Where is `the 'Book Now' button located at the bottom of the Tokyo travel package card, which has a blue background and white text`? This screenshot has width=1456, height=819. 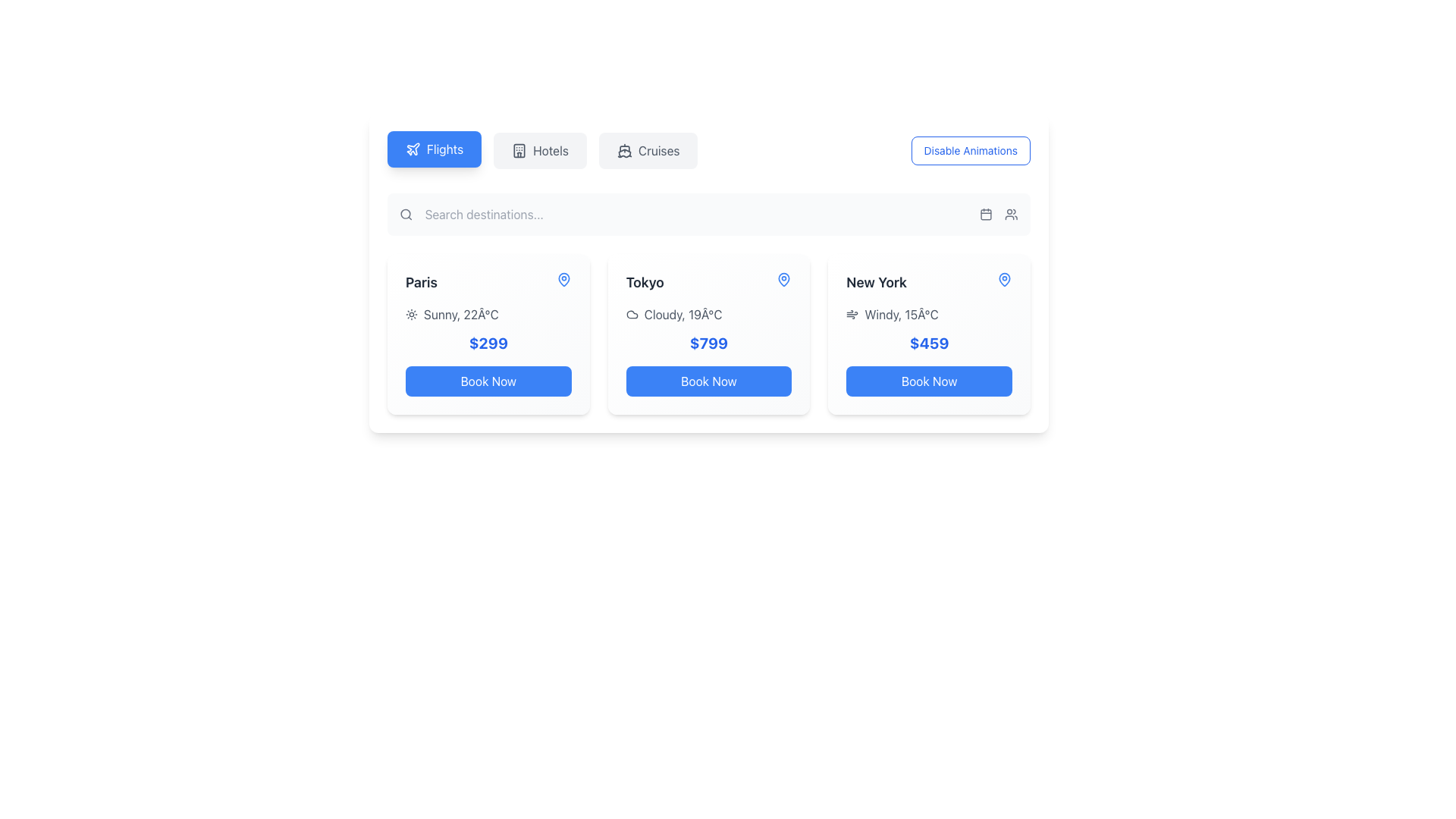
the 'Book Now' button located at the bottom of the Tokyo travel package card, which has a blue background and white text is located at coordinates (708, 380).